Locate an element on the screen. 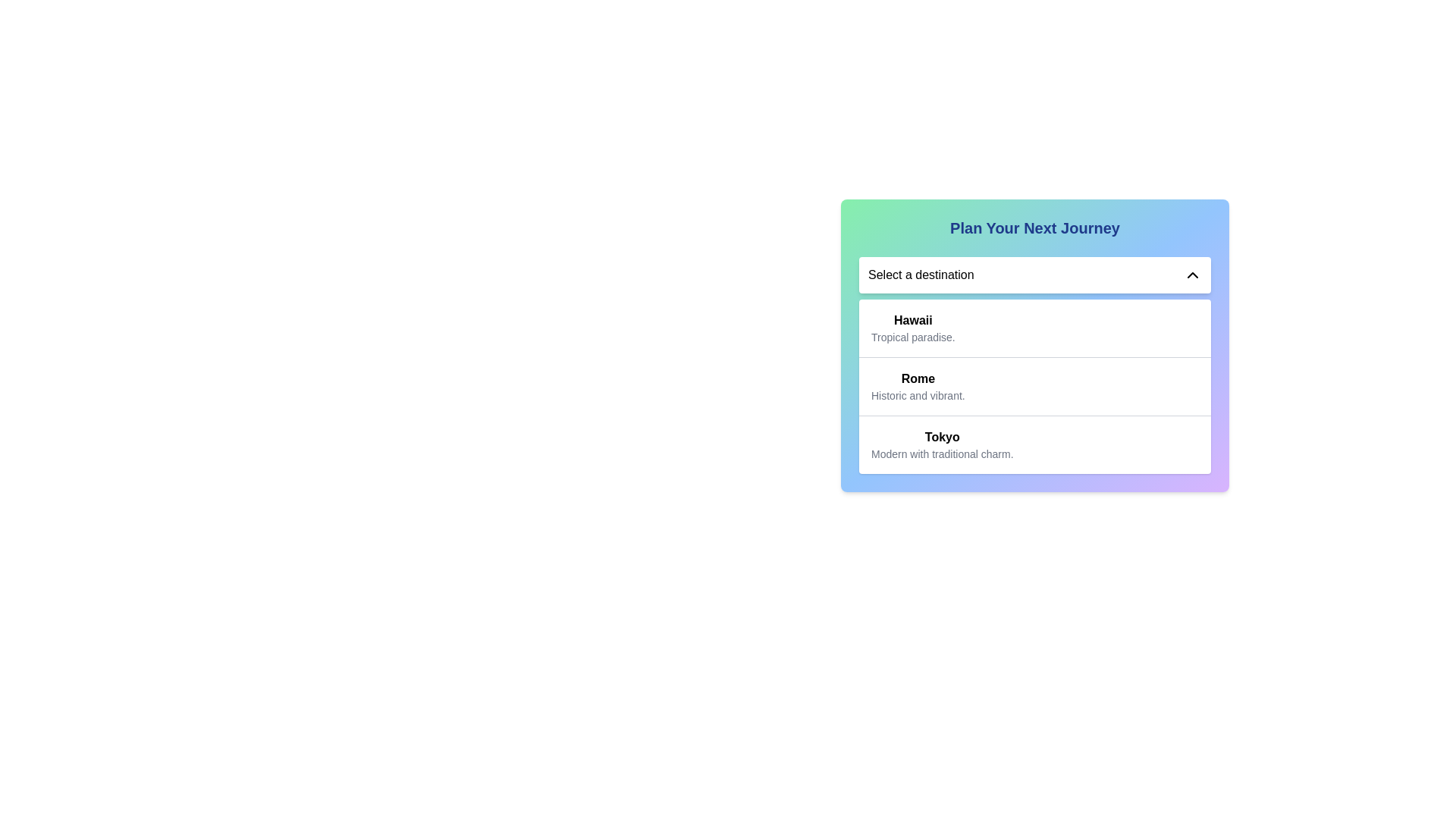 This screenshot has width=1456, height=819. the bold title of the 'Rome' option in the dropdown menu, which is located between 'Hawaii' and 'Tokyo' is located at coordinates (917, 378).